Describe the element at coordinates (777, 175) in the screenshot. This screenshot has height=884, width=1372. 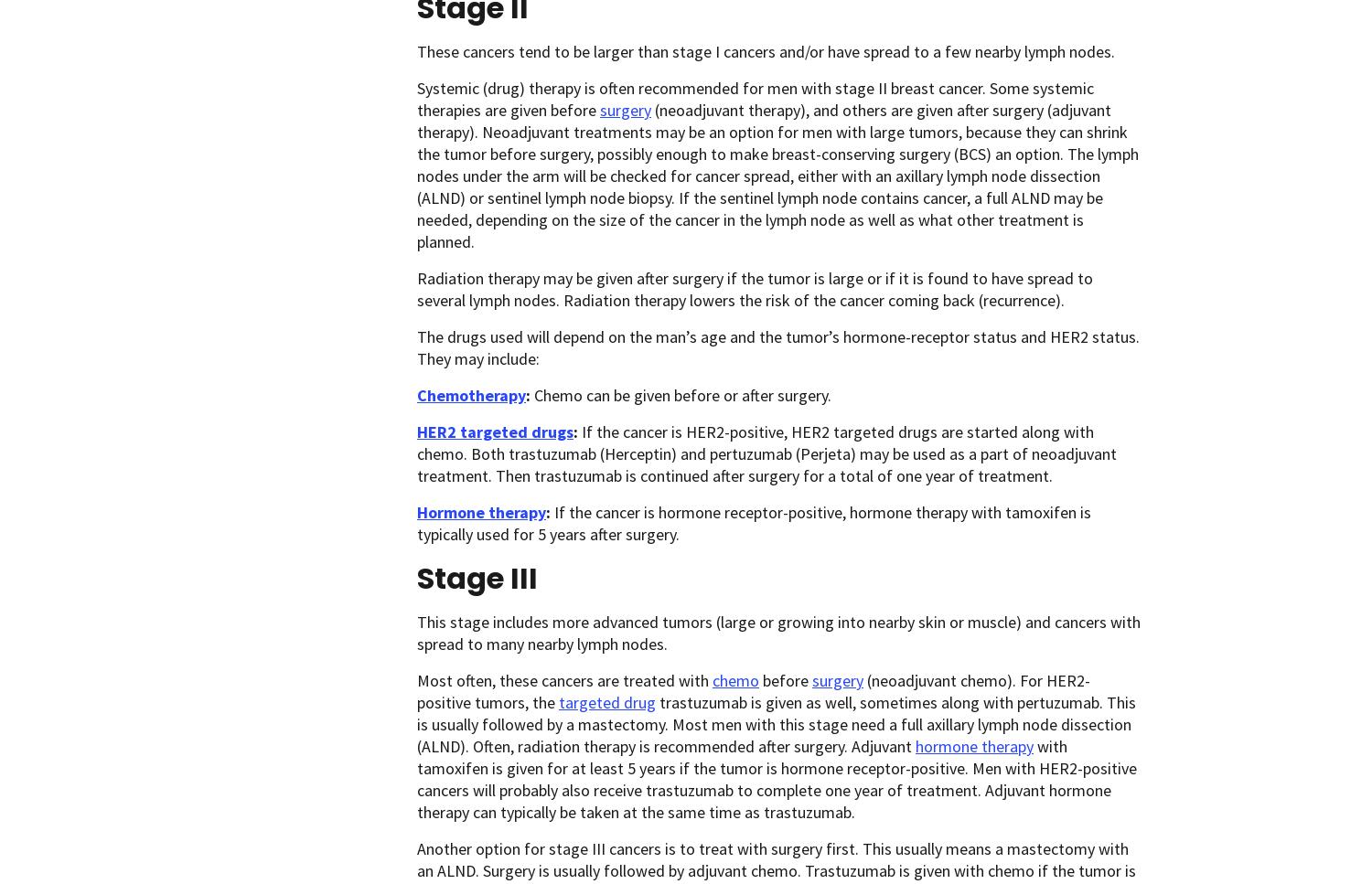
I see `'(neoadjuvant therapy), and others are given after surgery (adjuvant therapy). Neoadjuvant treatments may be an option for men with large tumors, because they can shrink the tumor before surgery, possibly enough to make breast-conserving surgery (BCS) an option. The lymph nodes under the arm will be checked for cancer spread, either with an axillary lymph node dissection (ALND) or sentinel lymph node biopsy. If the sentinel lymph node contains cancer, a full ALND may be needed, depending on the size of the cancer in the lymph node as well as what other treatment is planned.'` at that location.